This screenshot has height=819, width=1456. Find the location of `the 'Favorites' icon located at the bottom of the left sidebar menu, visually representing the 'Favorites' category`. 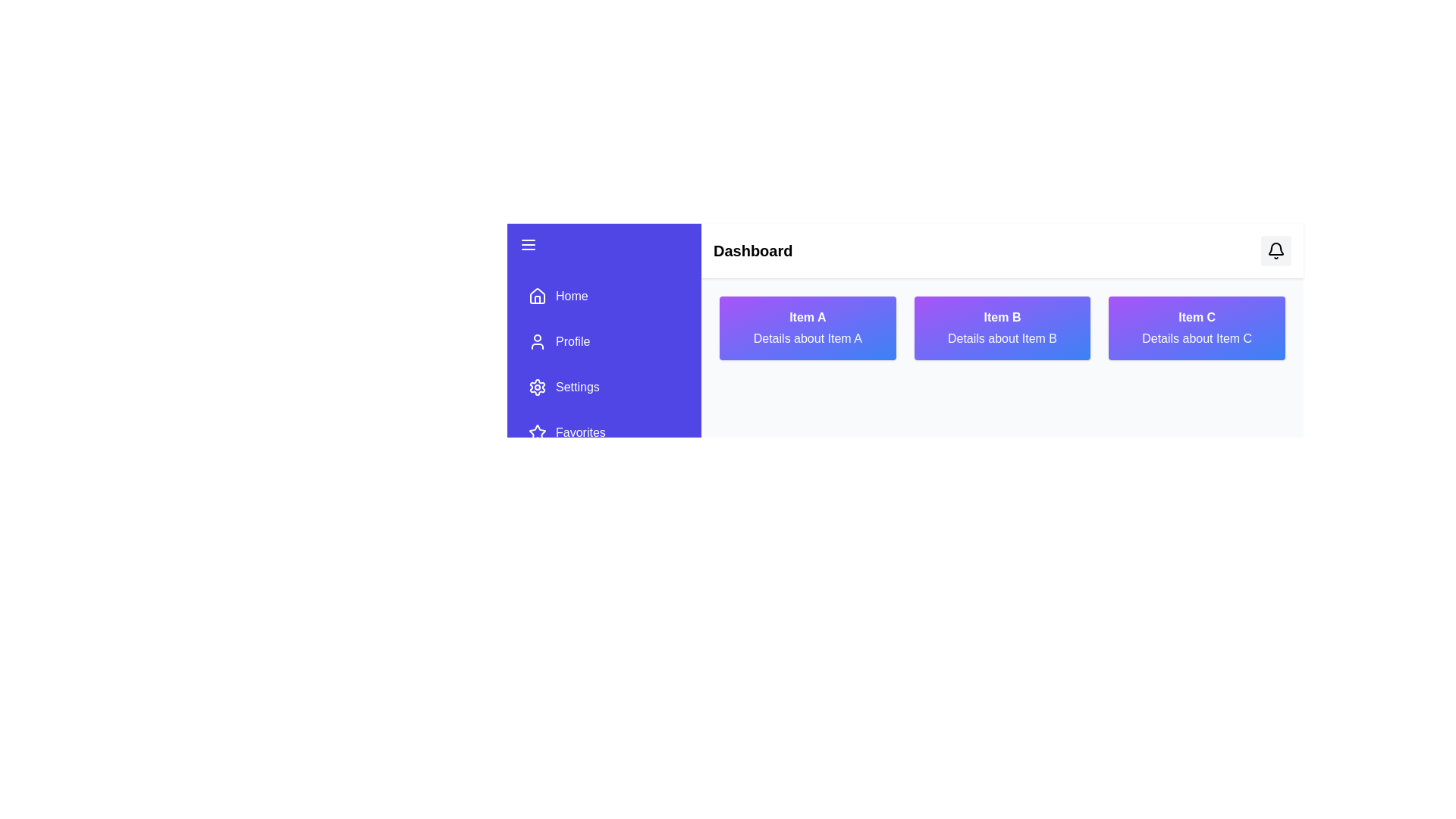

the 'Favorites' icon located at the bottom of the left sidebar menu, visually representing the 'Favorites' category is located at coordinates (538, 432).